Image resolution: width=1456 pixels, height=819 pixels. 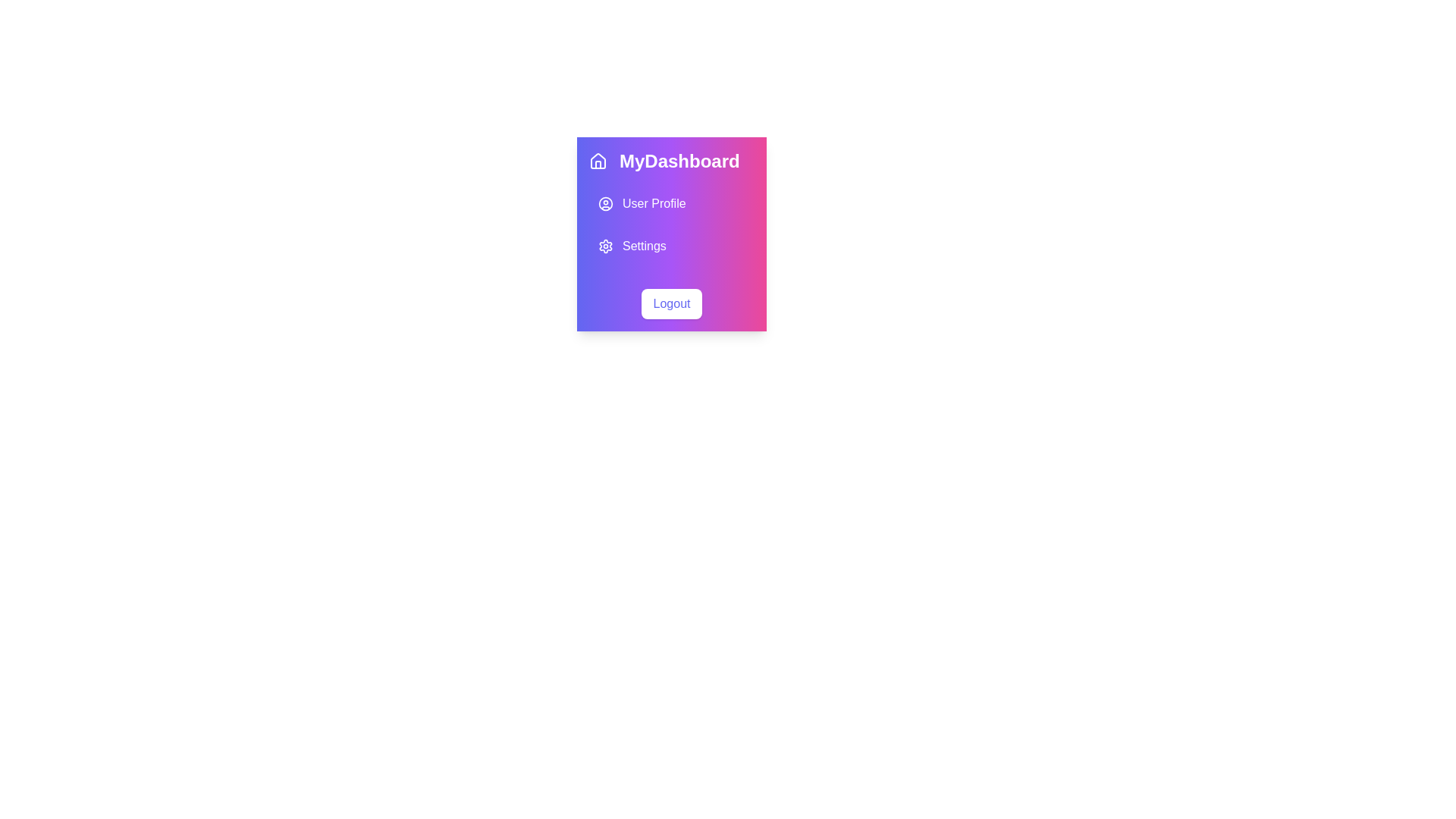 I want to click on the Sidebar Menu located in the top-left corner of the UI, so click(x=671, y=234).